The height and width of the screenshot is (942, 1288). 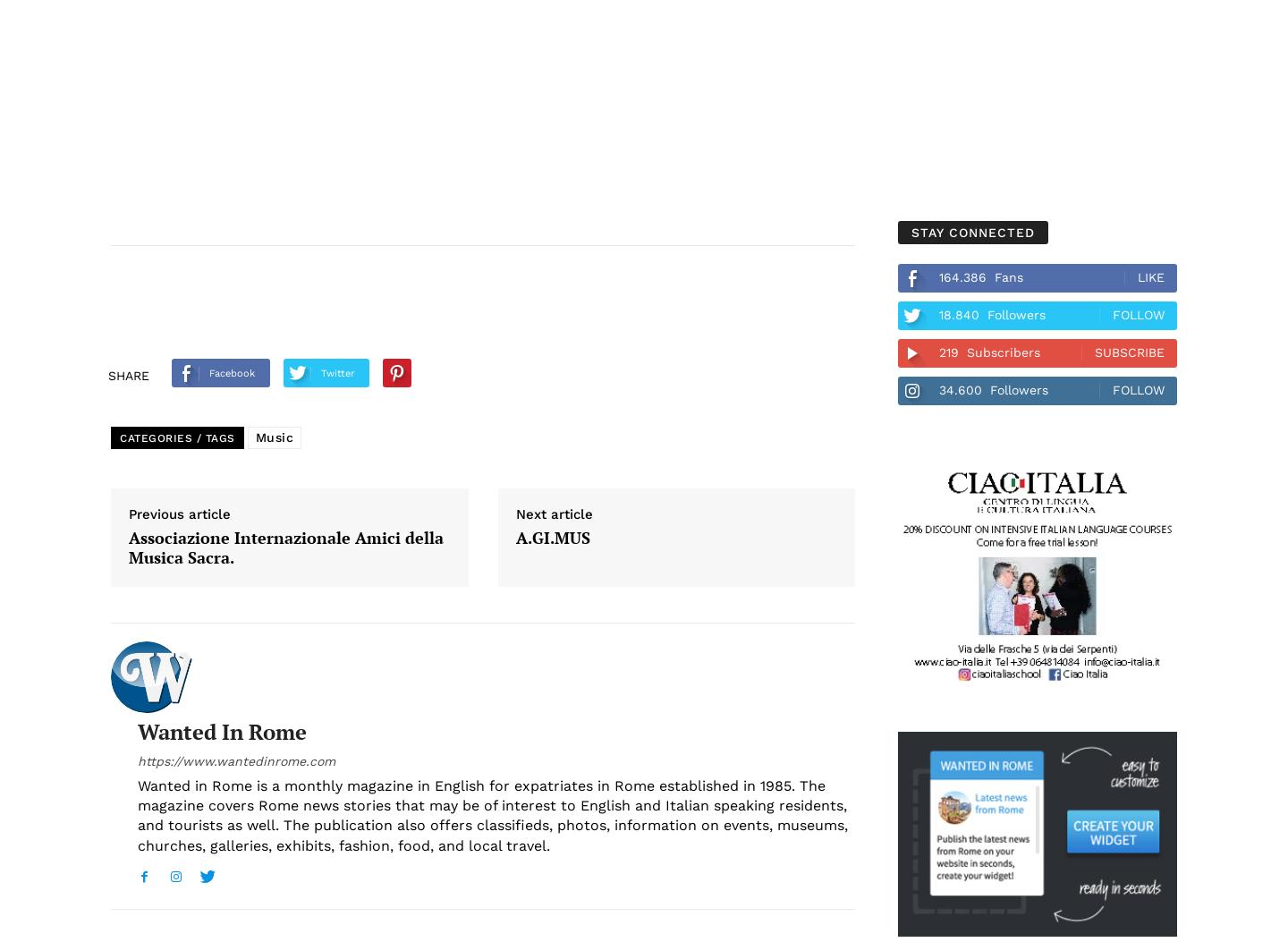 What do you see at coordinates (492, 813) in the screenshot?
I see `'Wanted in Rome is a monthly magazine in English for expatriates in Rome established in 1985. The magazine covers Rome news stories that may be of interest to English and Italian speaking residents, and tourists as well. The publication also offers classifieds, photos, information on events, museums, churches, galleries, exhibits, fashion, food, and local travel.'` at bounding box center [492, 813].